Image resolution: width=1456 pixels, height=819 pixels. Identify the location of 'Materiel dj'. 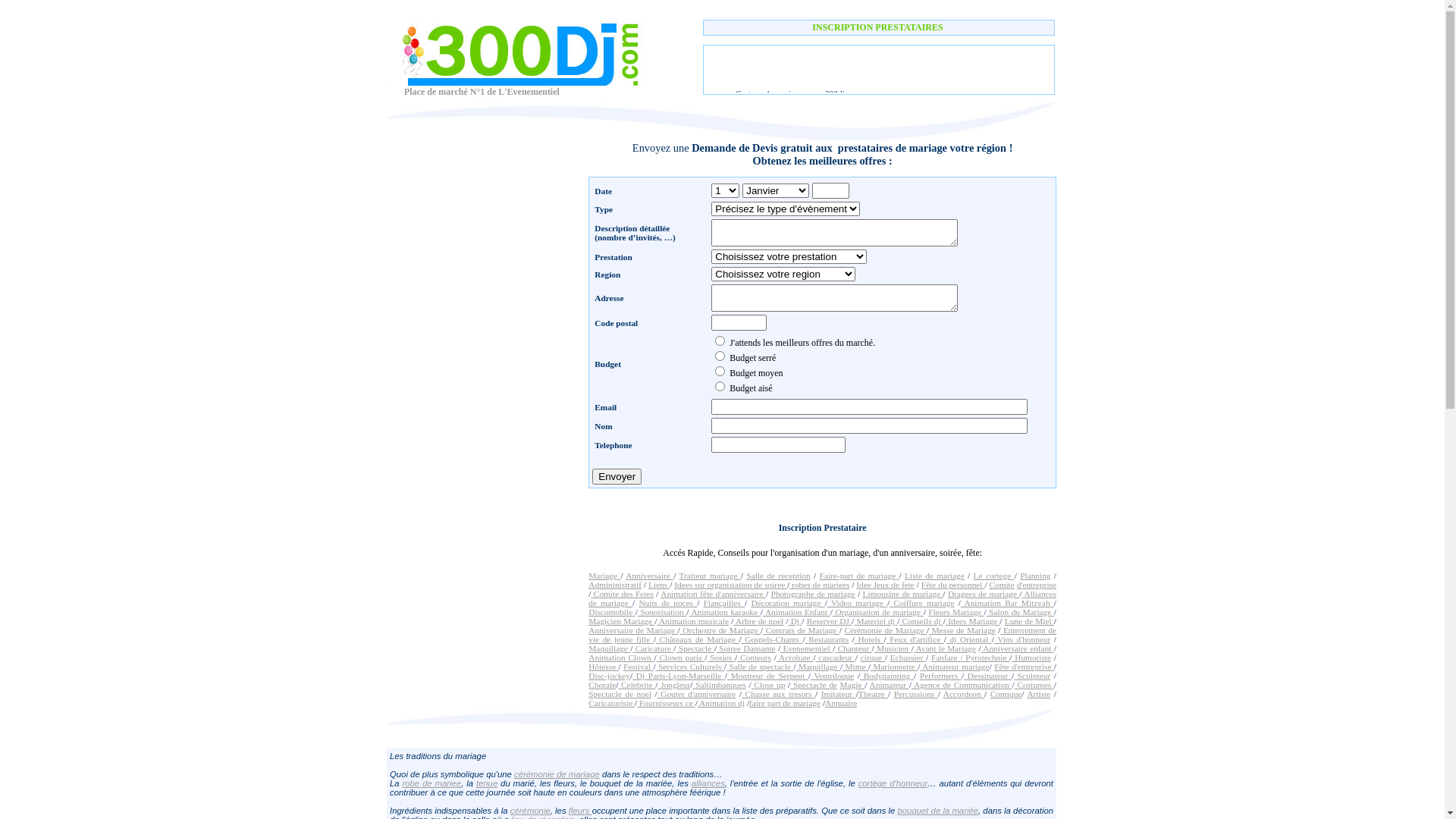
(875, 620).